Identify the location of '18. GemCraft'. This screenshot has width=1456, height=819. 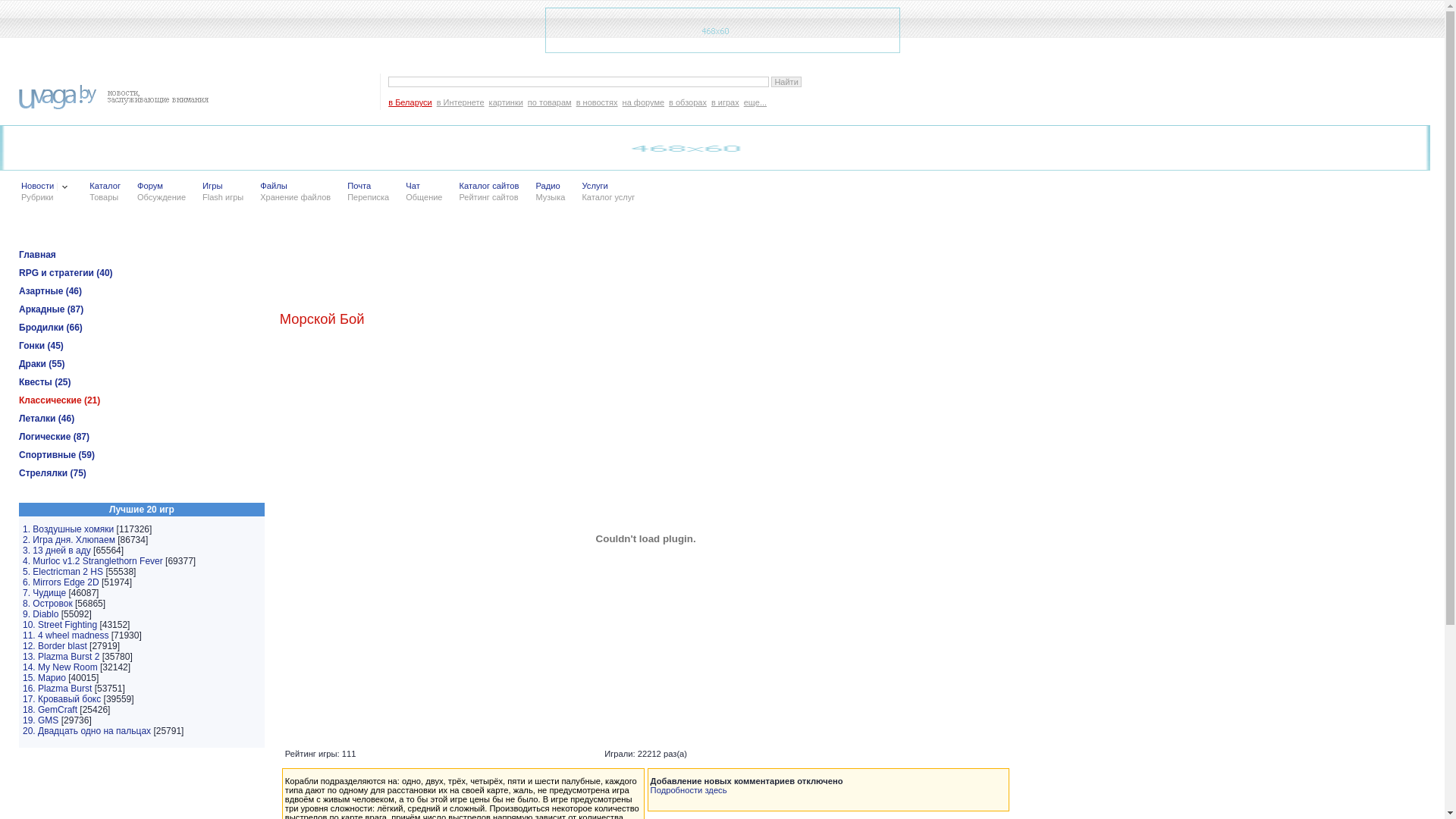
(22, 710).